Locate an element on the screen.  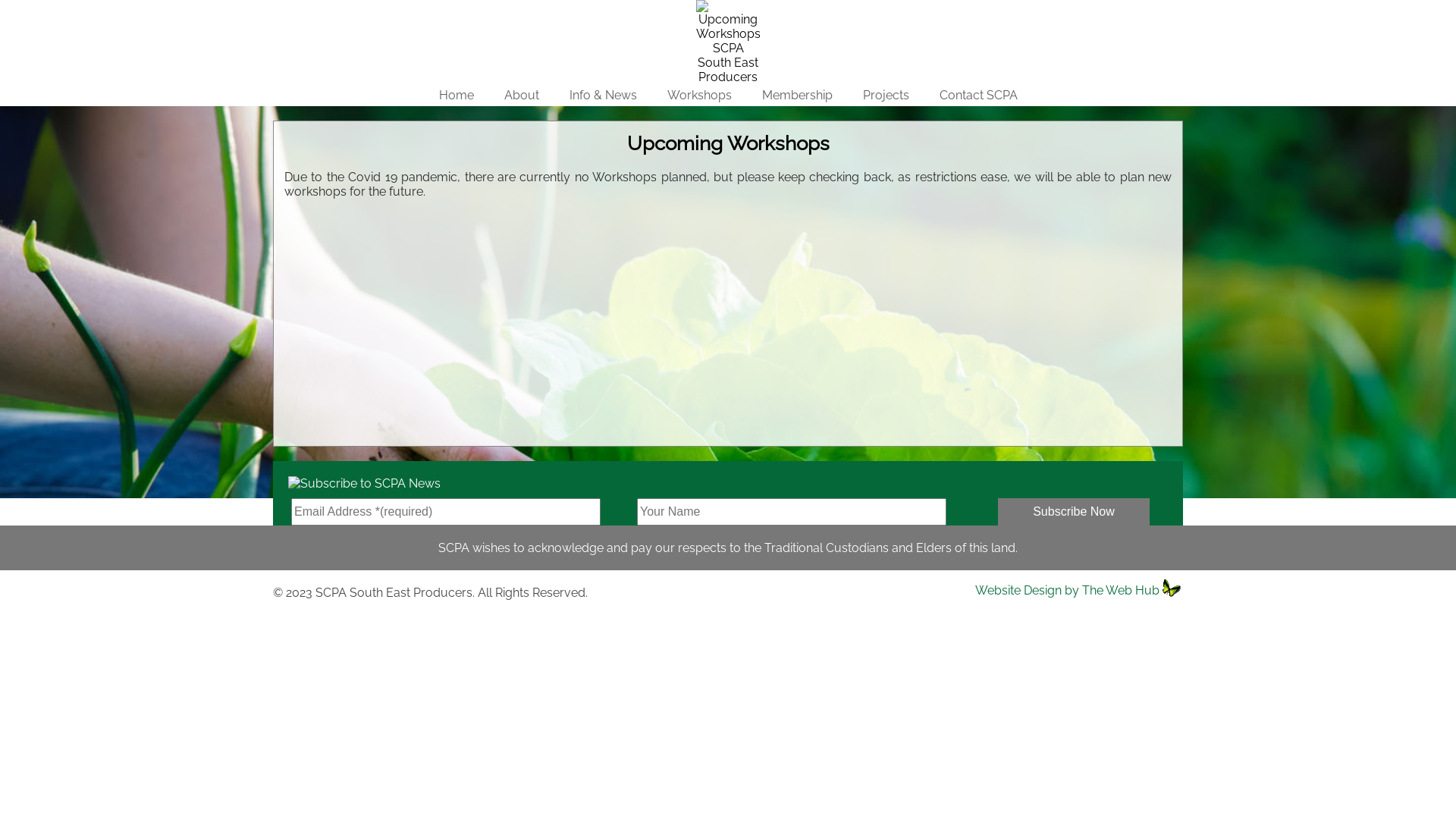
'Membership' is located at coordinates (795, 95).